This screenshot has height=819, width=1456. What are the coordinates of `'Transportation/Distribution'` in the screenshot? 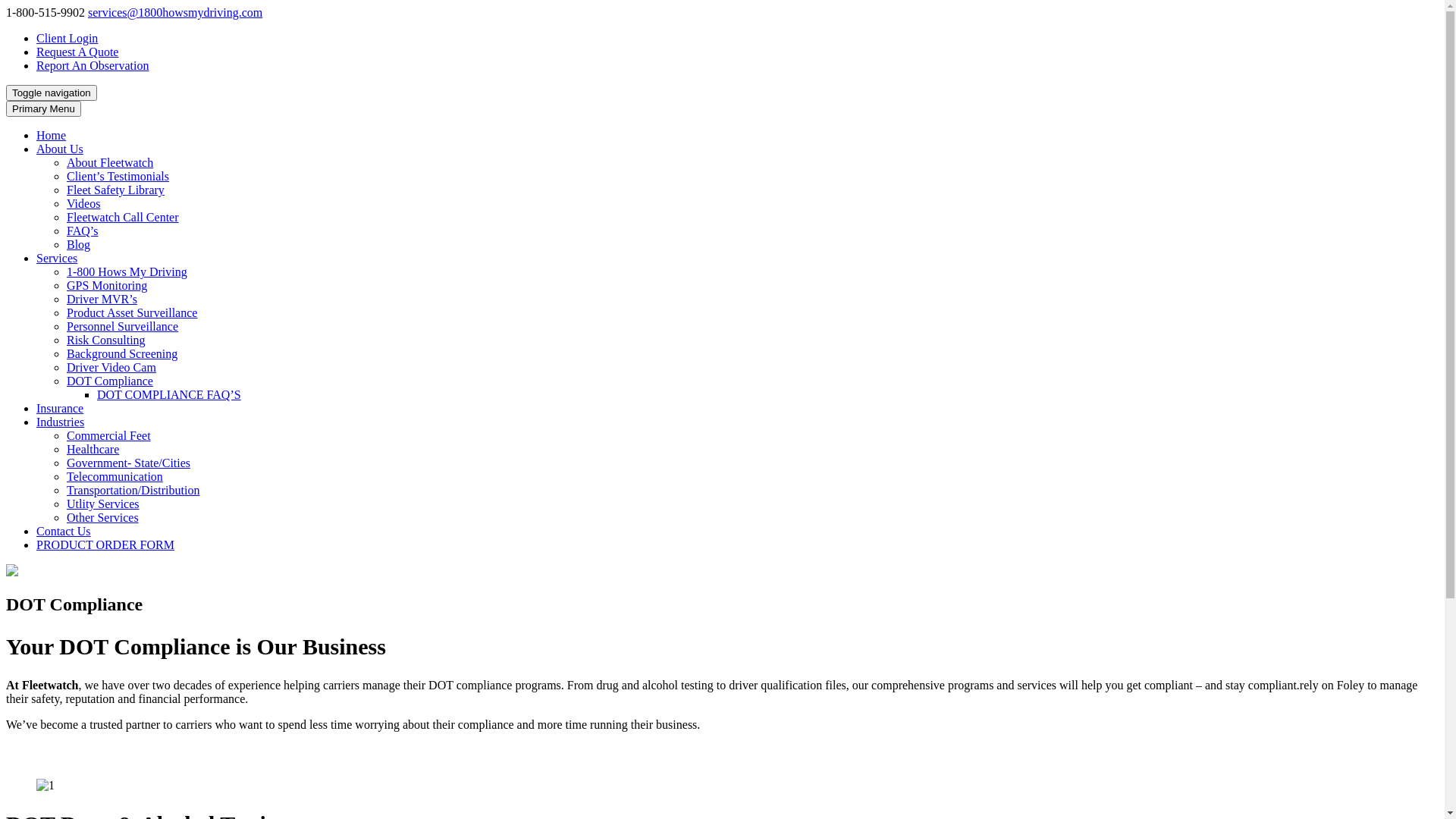 It's located at (133, 490).